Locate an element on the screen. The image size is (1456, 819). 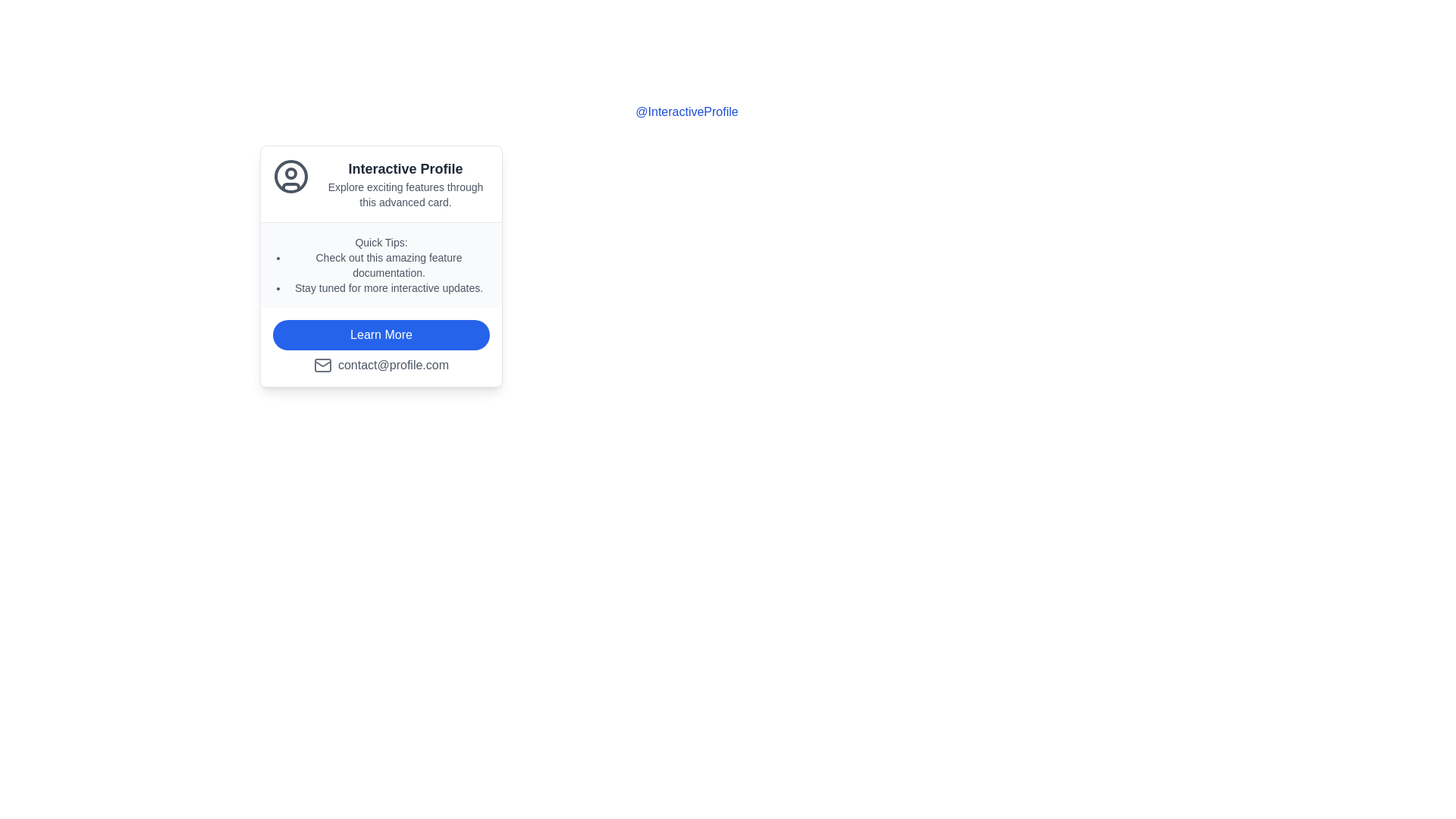
text content displayed in the email address section, which is located in the center-right section of the profile card, adjacent to the mail icon is located at coordinates (393, 366).